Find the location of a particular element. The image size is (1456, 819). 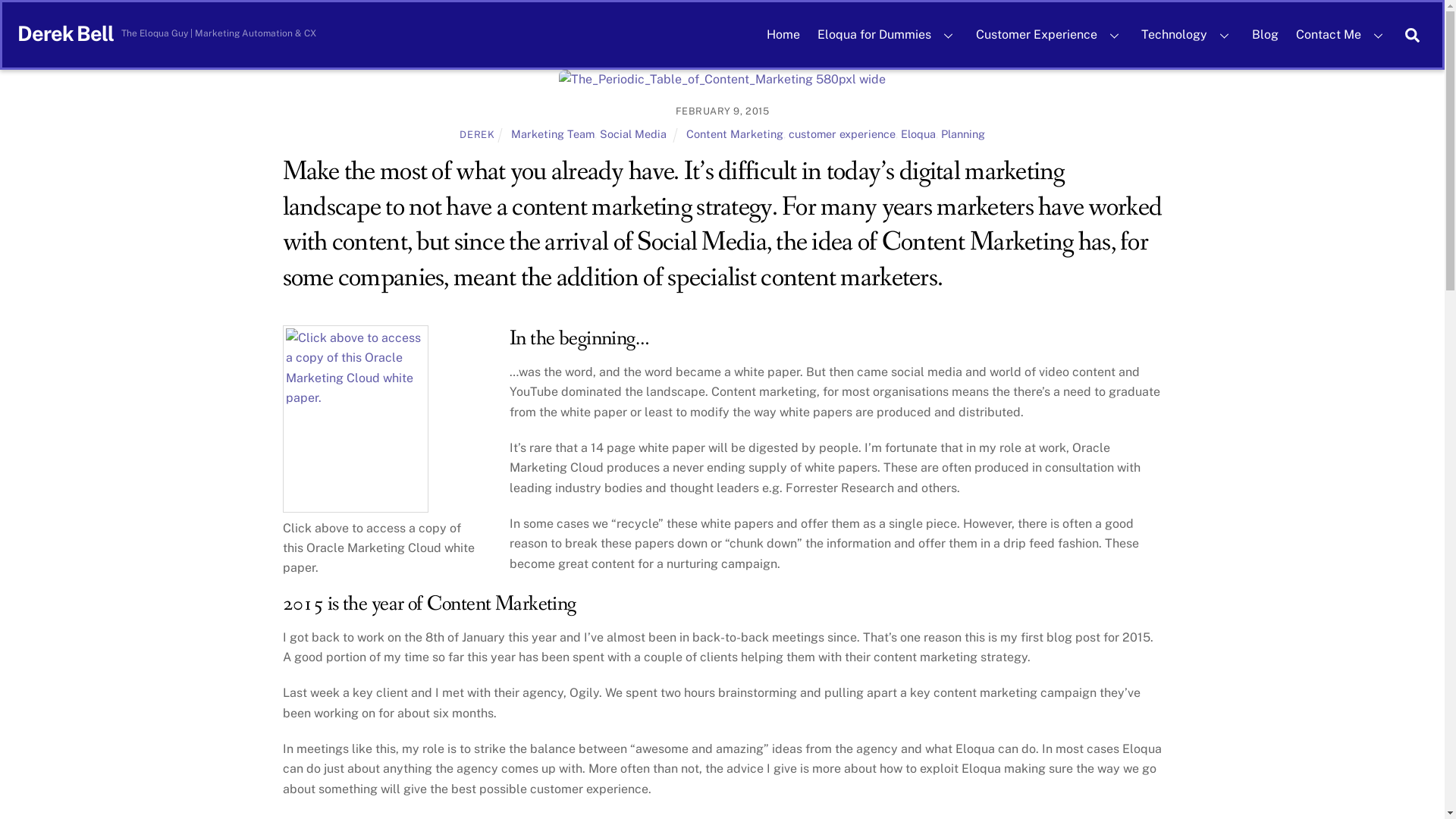

'Content Marketing' is located at coordinates (735, 133).